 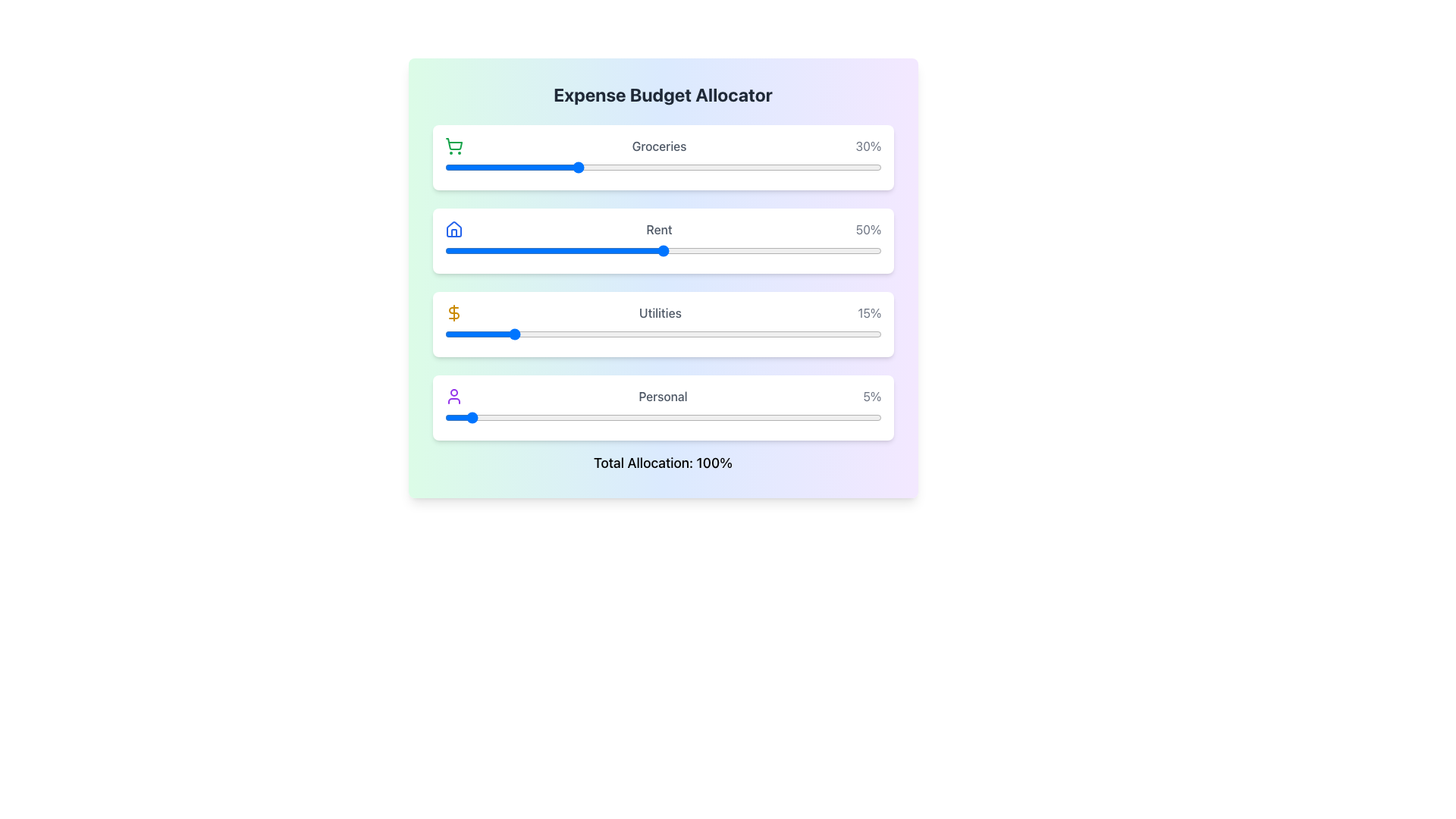 What do you see at coordinates (597, 418) in the screenshot?
I see `Personal expense allocation` at bounding box center [597, 418].